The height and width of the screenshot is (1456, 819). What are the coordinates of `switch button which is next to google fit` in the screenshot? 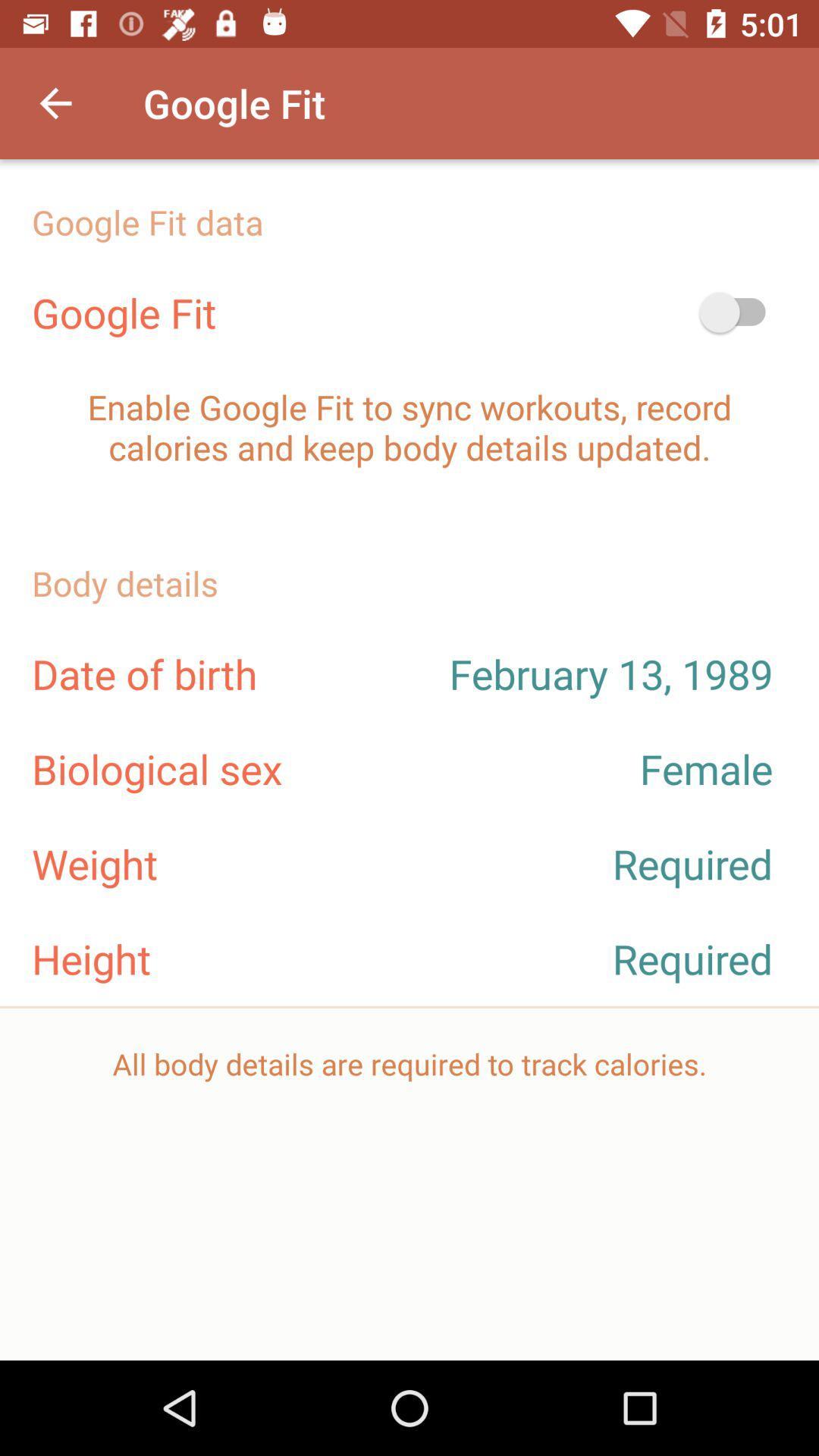 It's located at (739, 312).